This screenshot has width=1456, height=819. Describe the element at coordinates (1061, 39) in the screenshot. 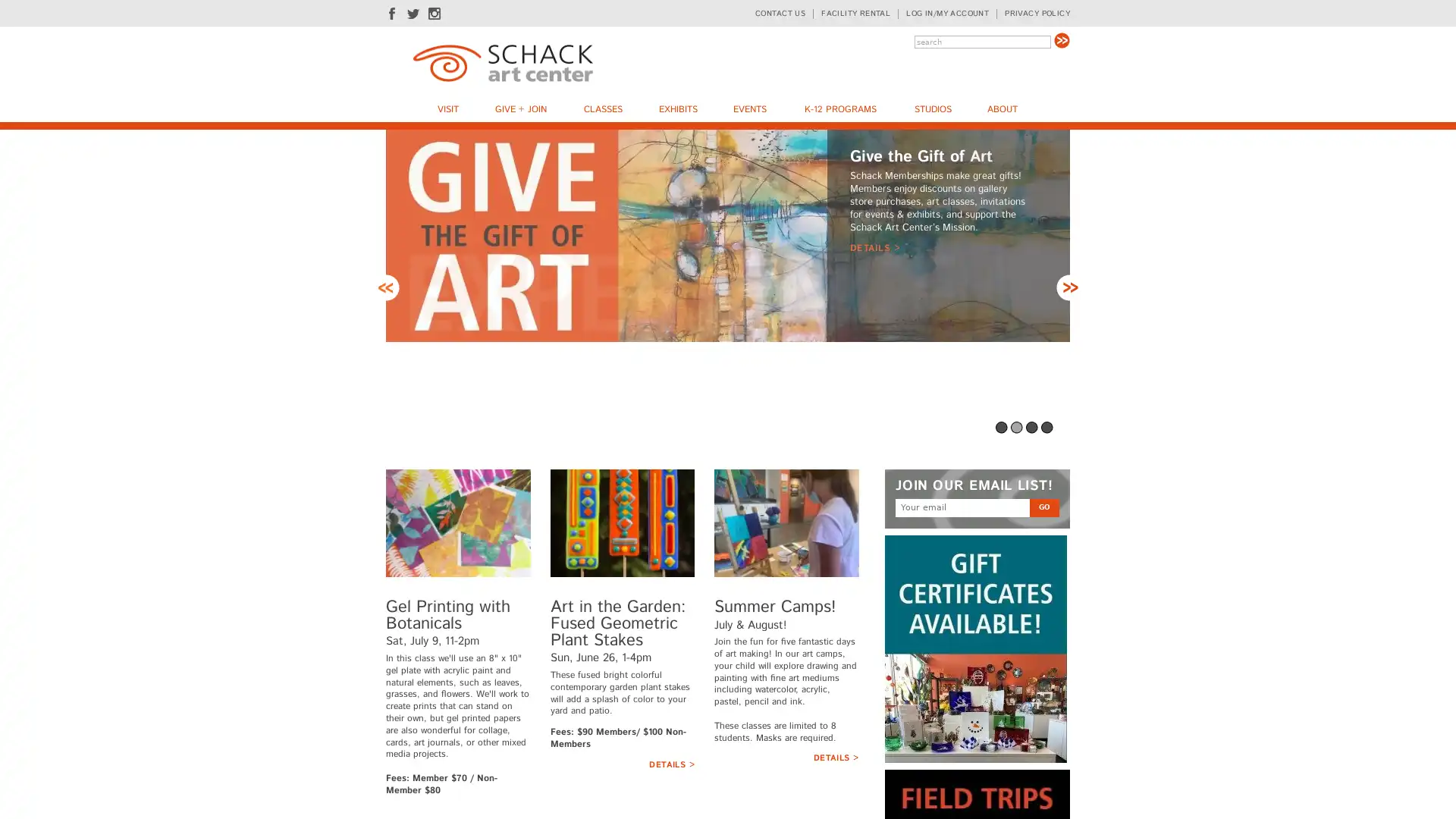

I see `Go` at that location.